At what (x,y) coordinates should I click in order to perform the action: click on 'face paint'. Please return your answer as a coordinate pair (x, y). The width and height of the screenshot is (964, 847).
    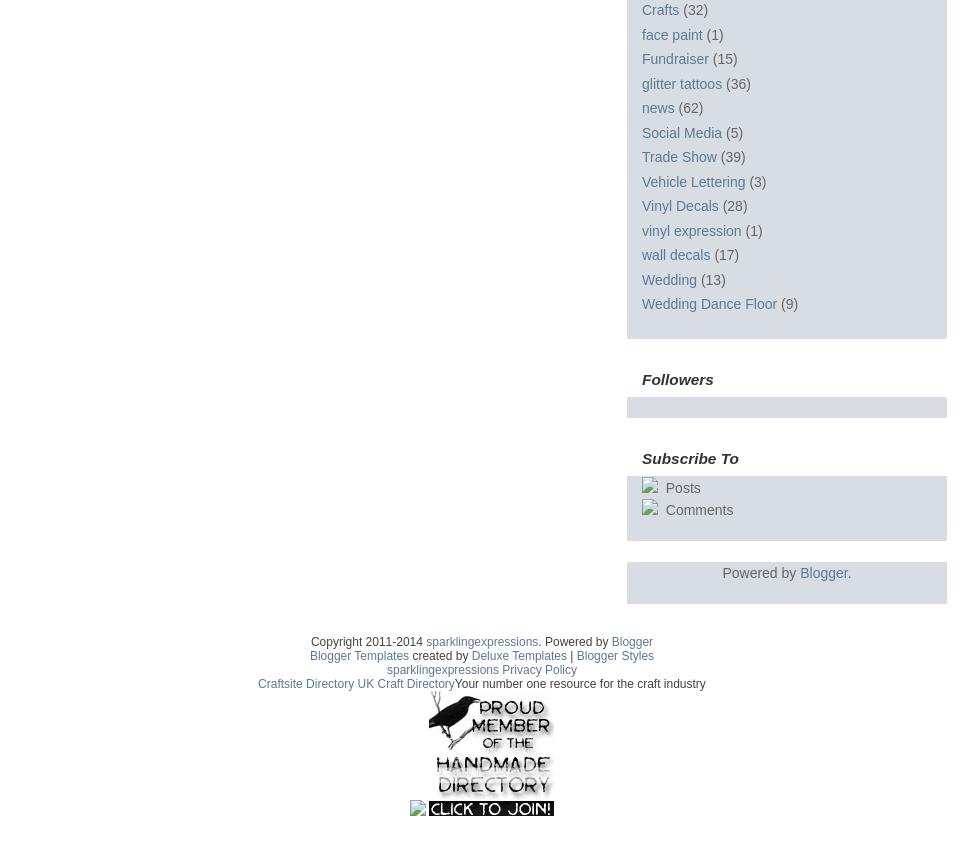
    Looking at the image, I should click on (671, 32).